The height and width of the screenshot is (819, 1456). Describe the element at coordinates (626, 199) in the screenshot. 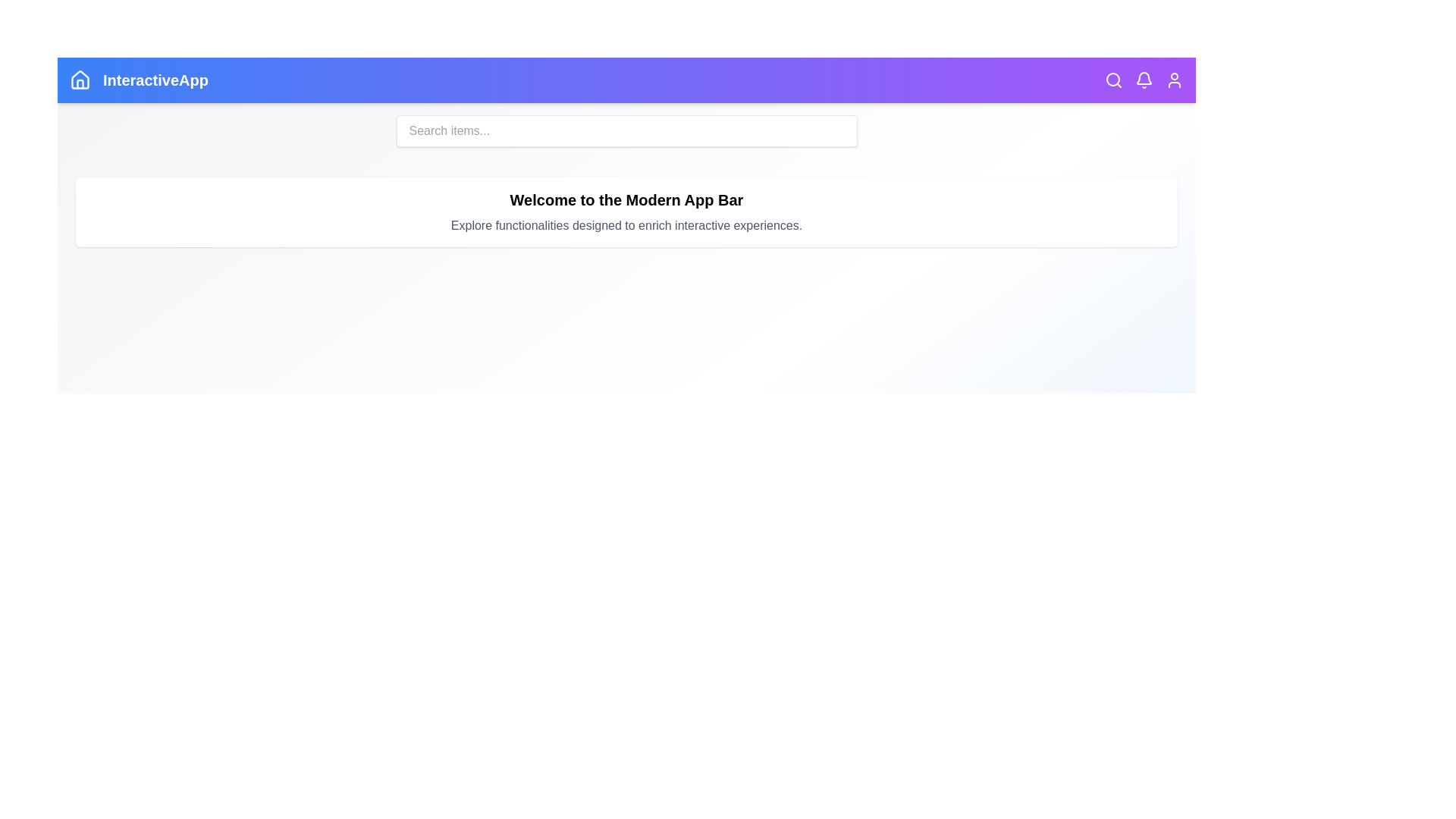

I see `the welcome message to highlight it` at that location.